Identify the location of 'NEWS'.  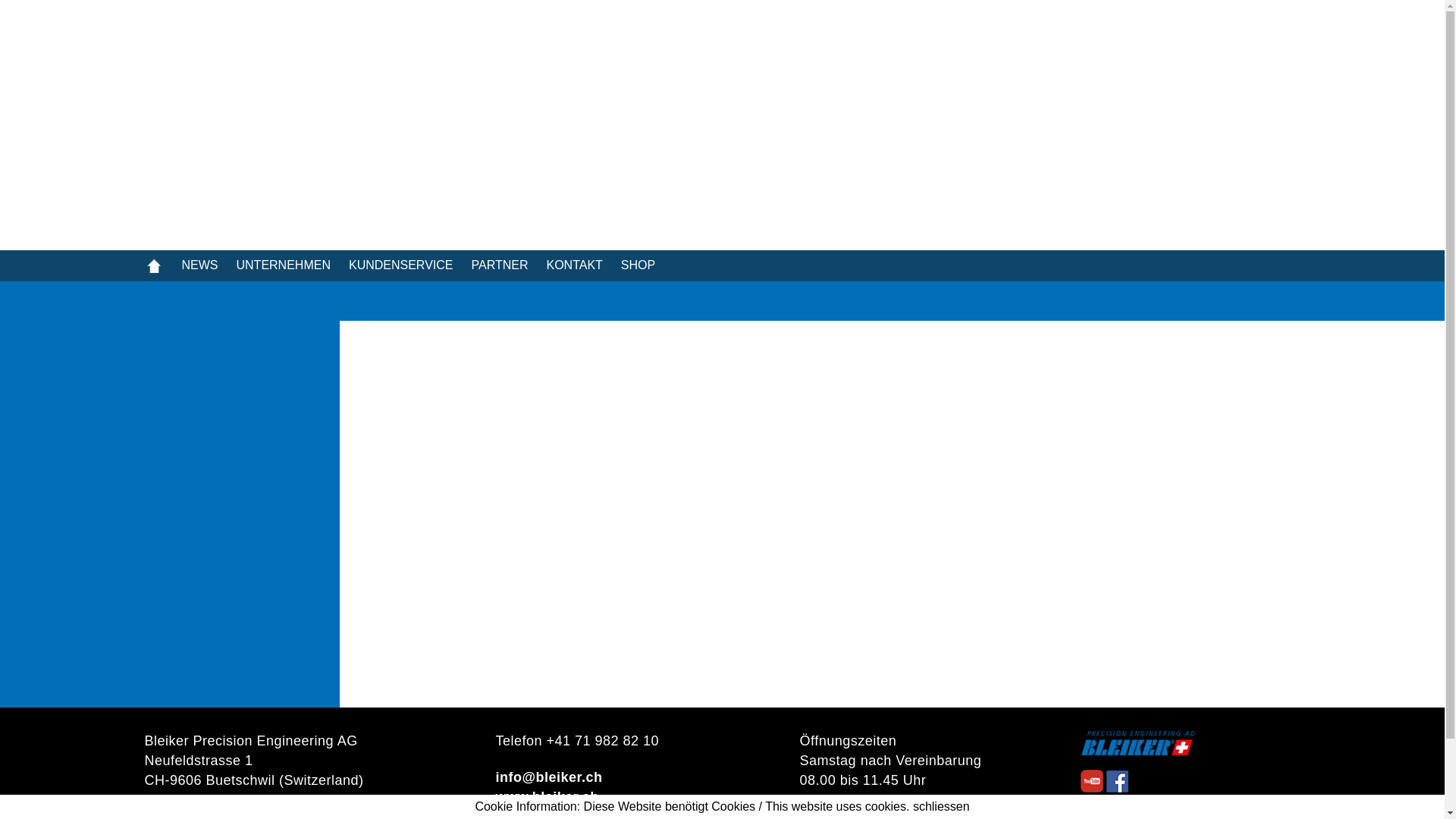
(208, 264).